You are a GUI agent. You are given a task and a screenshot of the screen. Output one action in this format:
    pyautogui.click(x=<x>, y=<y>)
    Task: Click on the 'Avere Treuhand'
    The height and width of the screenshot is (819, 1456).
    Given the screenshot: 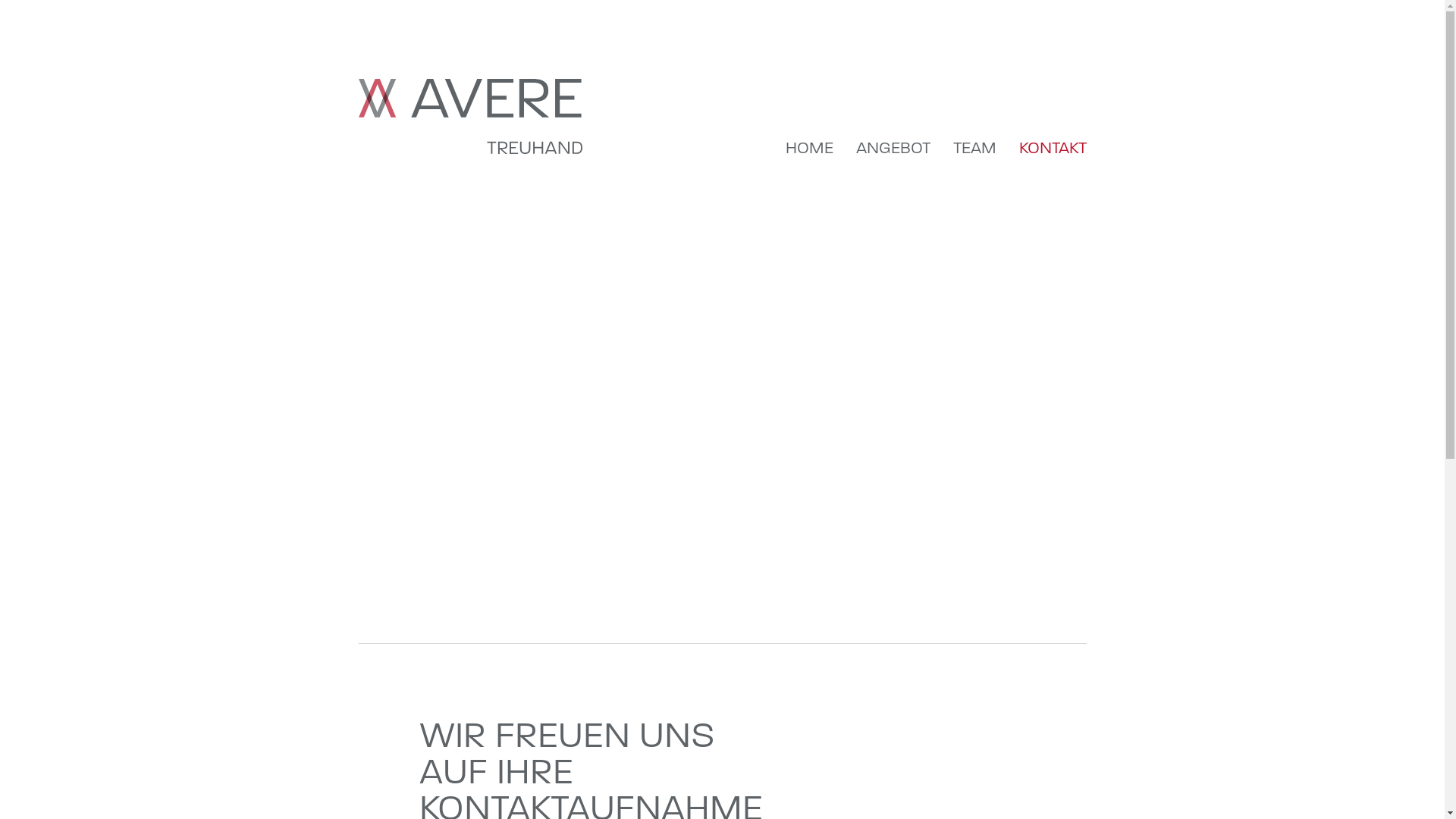 What is the action you would take?
    pyautogui.click(x=469, y=115)
    